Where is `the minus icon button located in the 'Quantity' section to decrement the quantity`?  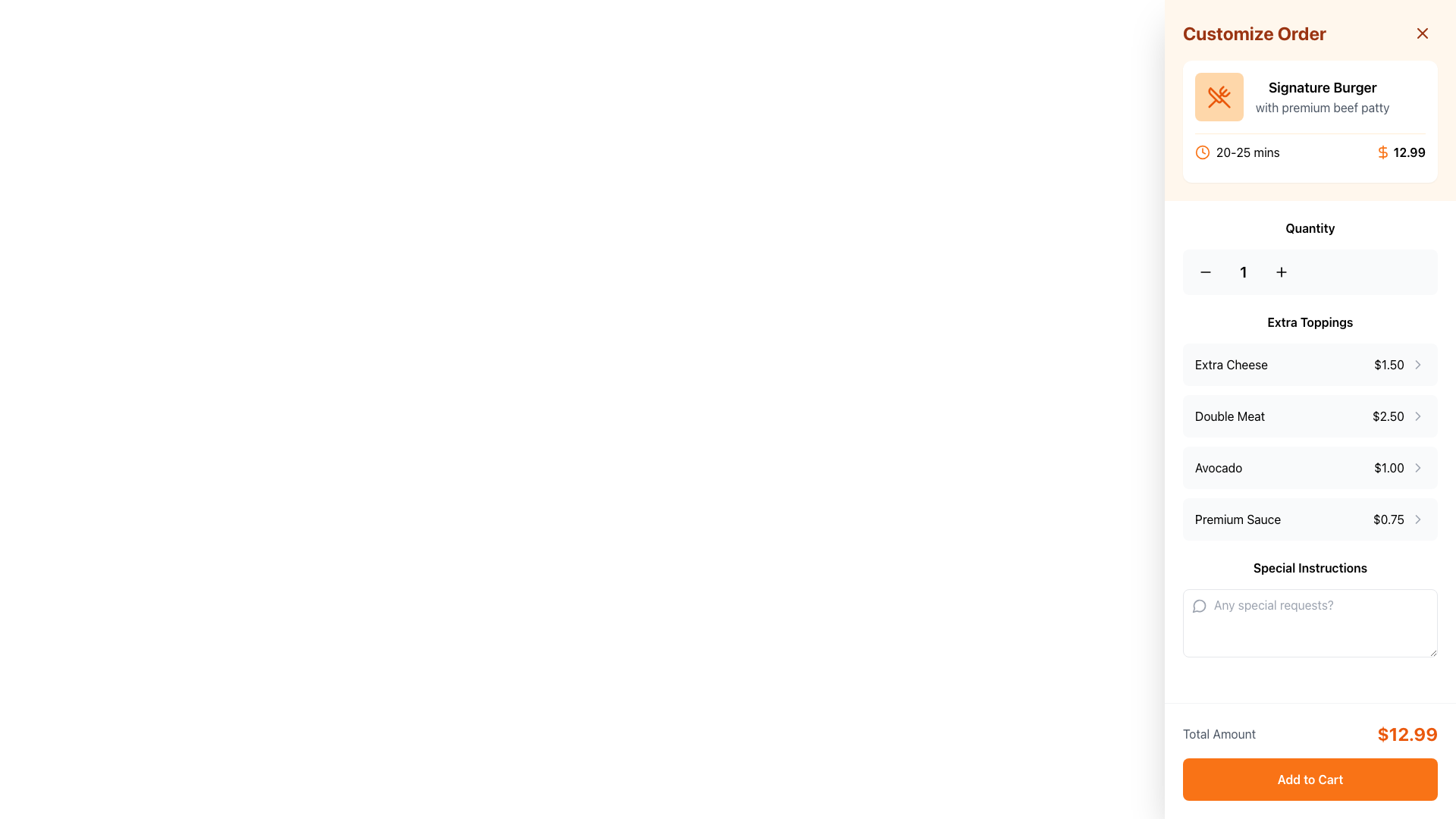 the minus icon button located in the 'Quantity' section to decrement the quantity is located at coordinates (1204, 271).